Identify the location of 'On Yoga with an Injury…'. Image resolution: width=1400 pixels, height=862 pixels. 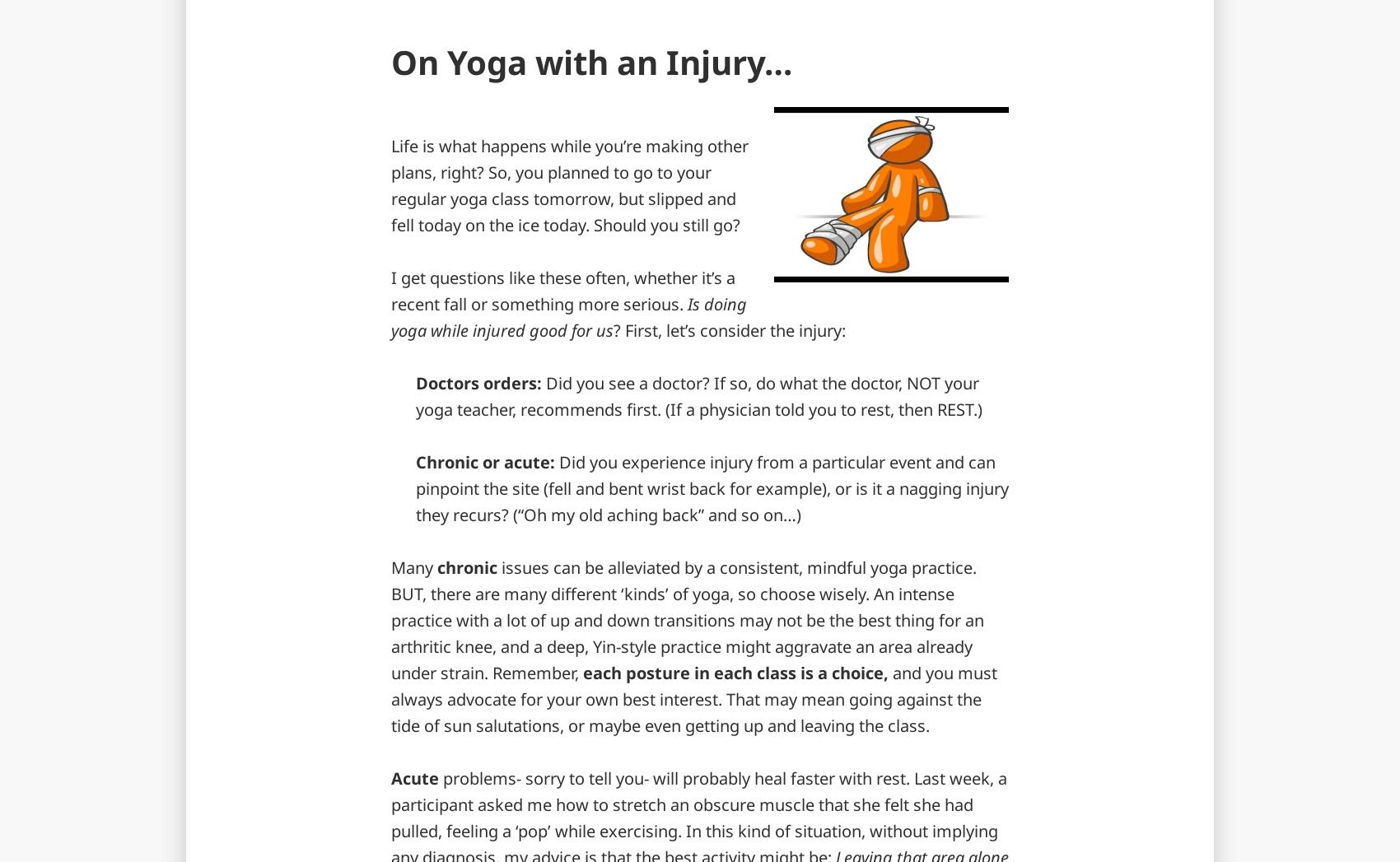
(591, 61).